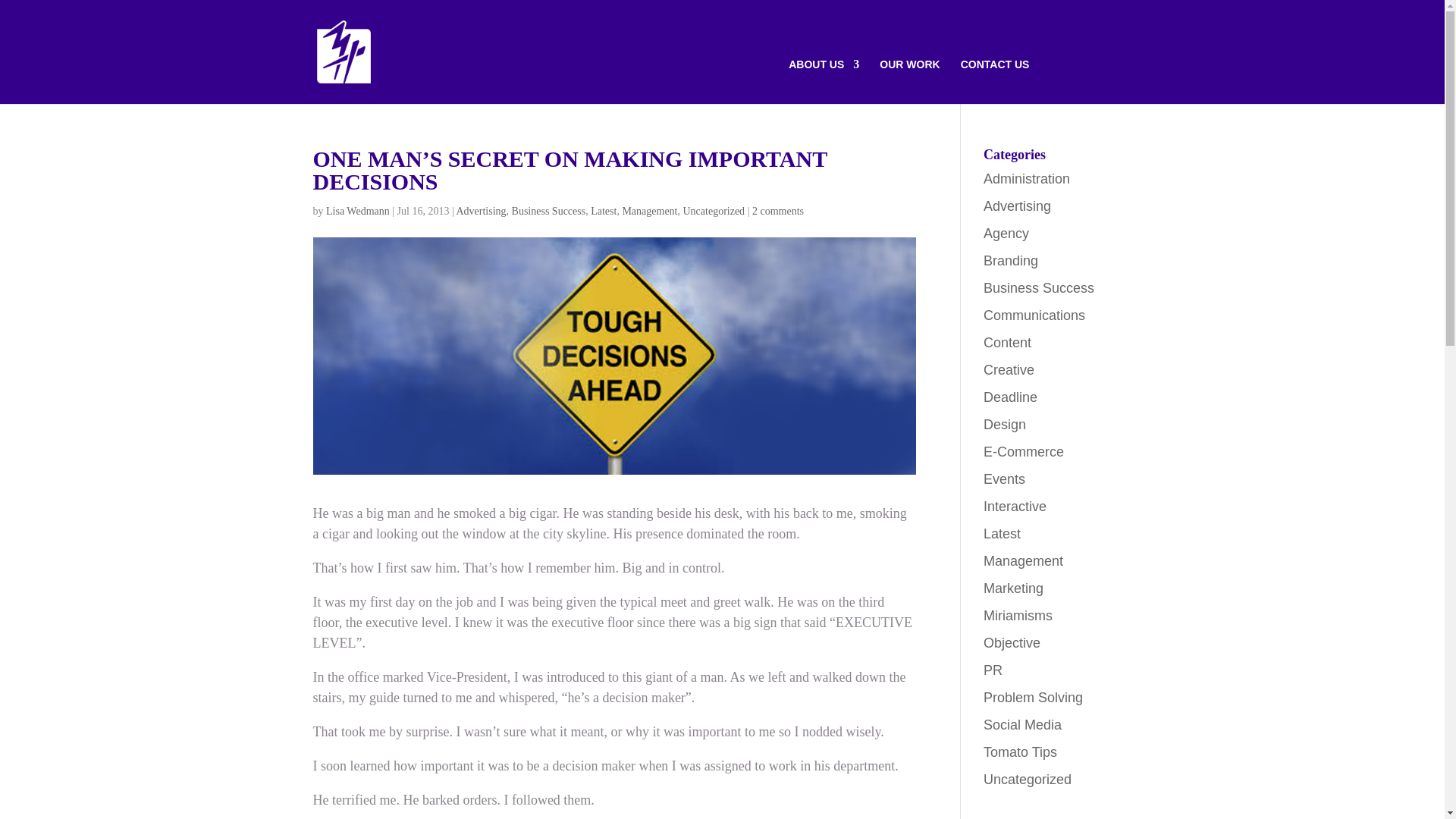  What do you see at coordinates (1017, 206) in the screenshot?
I see `'Advertising'` at bounding box center [1017, 206].